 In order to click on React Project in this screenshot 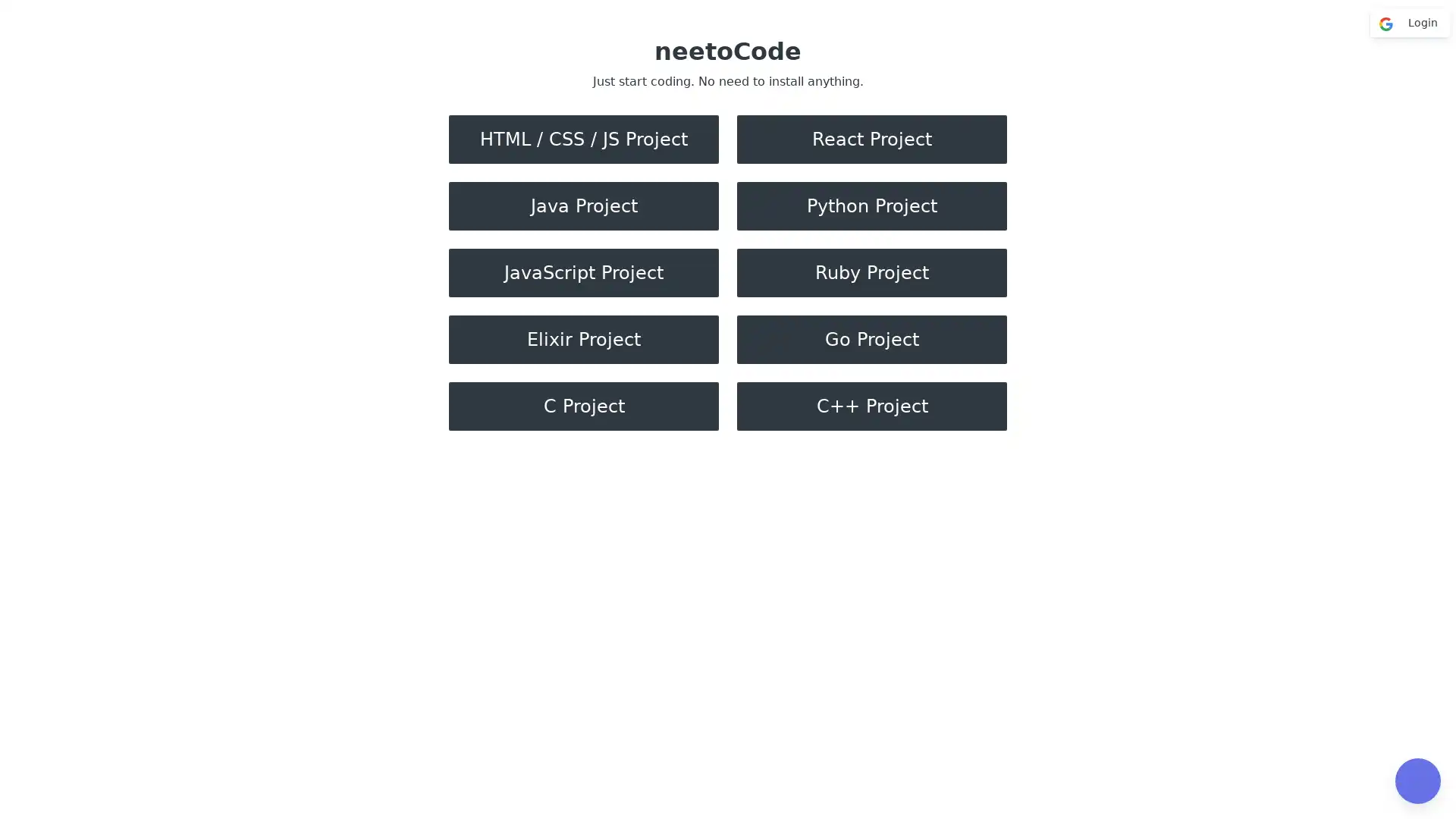, I will do `click(872, 140)`.